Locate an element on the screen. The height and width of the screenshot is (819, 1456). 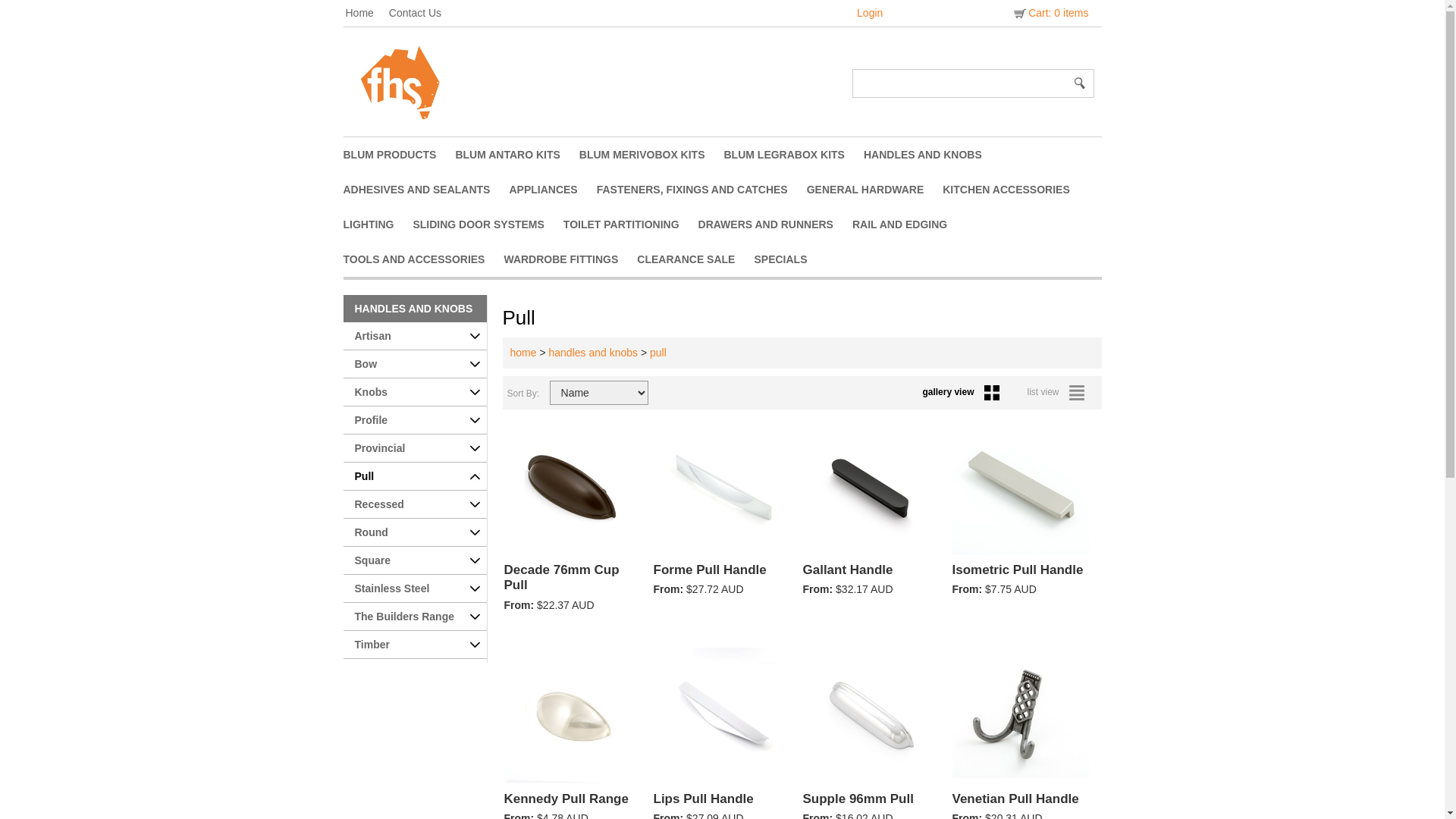
'BLUM LEGRABOX KITS' is located at coordinates (792, 155).